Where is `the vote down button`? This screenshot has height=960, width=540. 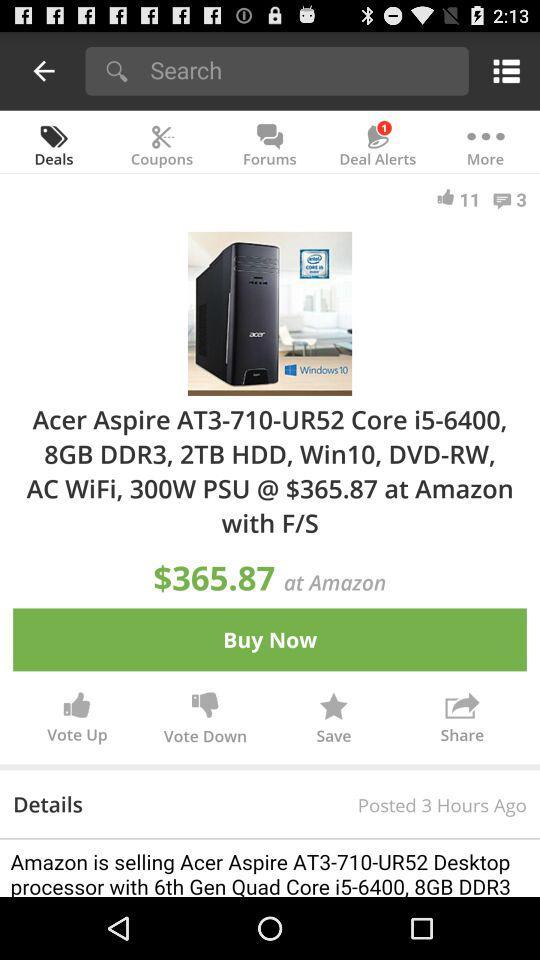
the vote down button is located at coordinates (204, 720).